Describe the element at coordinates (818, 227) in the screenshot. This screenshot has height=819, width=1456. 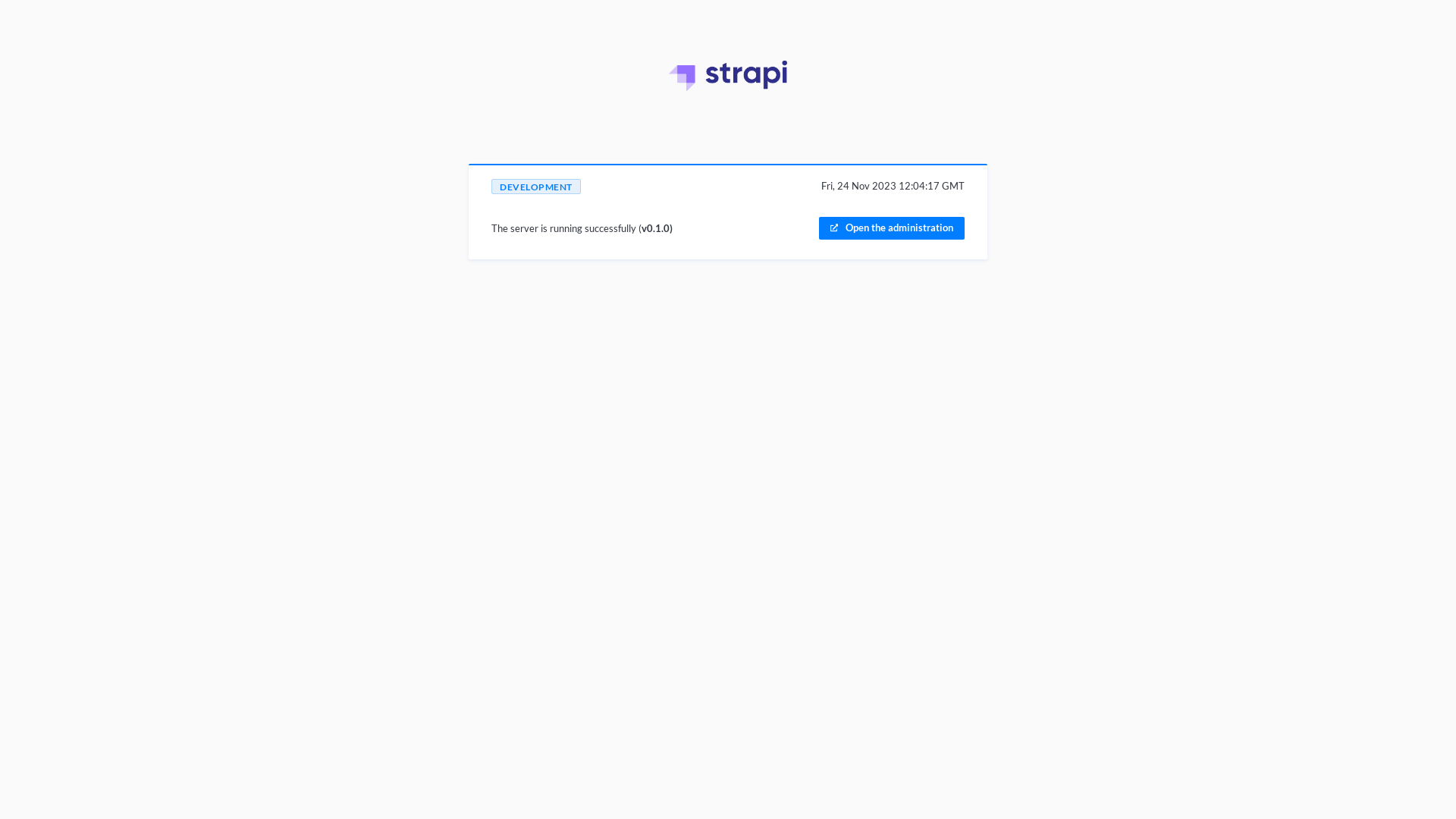
I see `'Open the administration'` at that location.